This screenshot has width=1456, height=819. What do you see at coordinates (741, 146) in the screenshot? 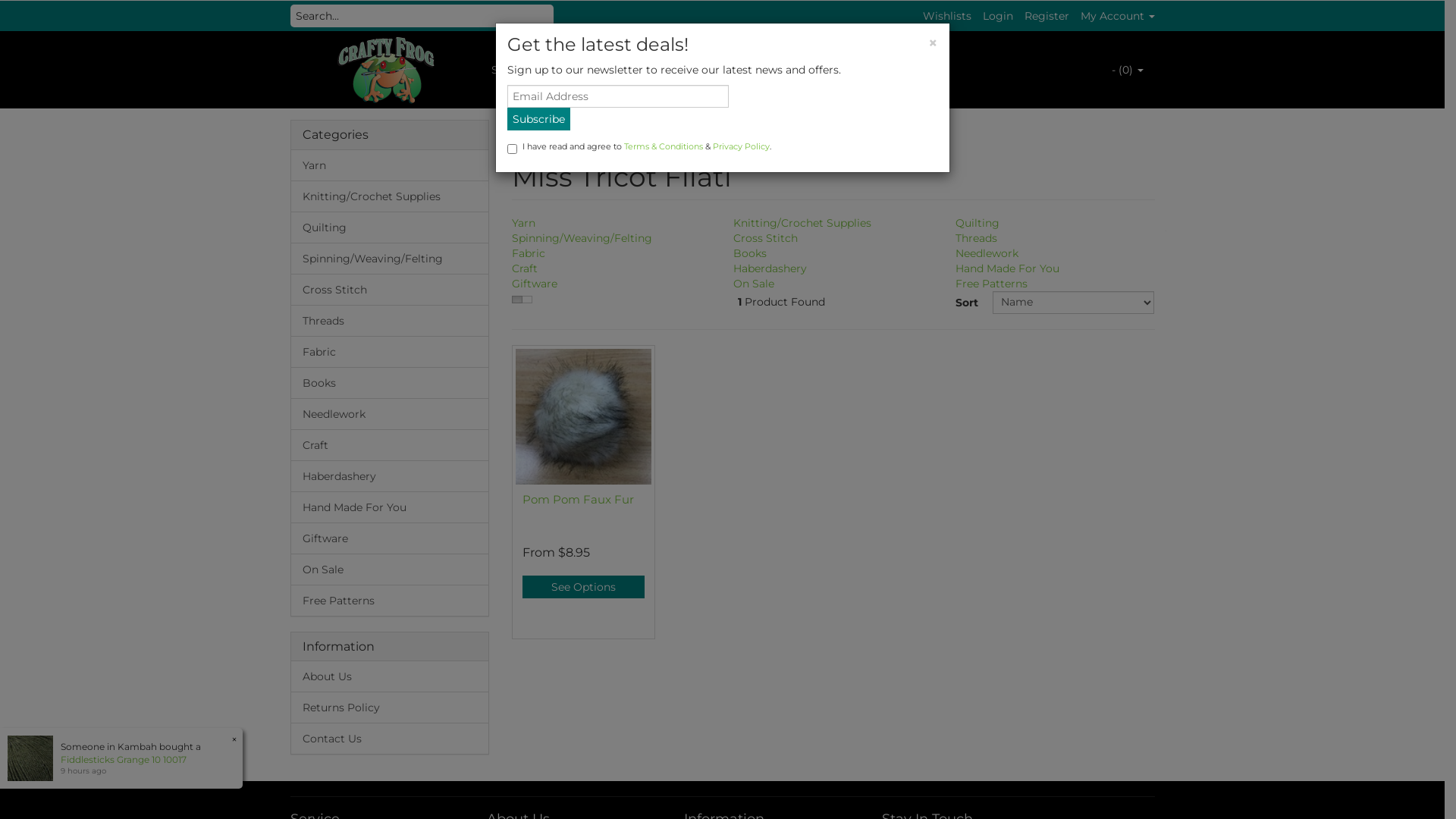
I see `'Privacy Policy'` at bounding box center [741, 146].